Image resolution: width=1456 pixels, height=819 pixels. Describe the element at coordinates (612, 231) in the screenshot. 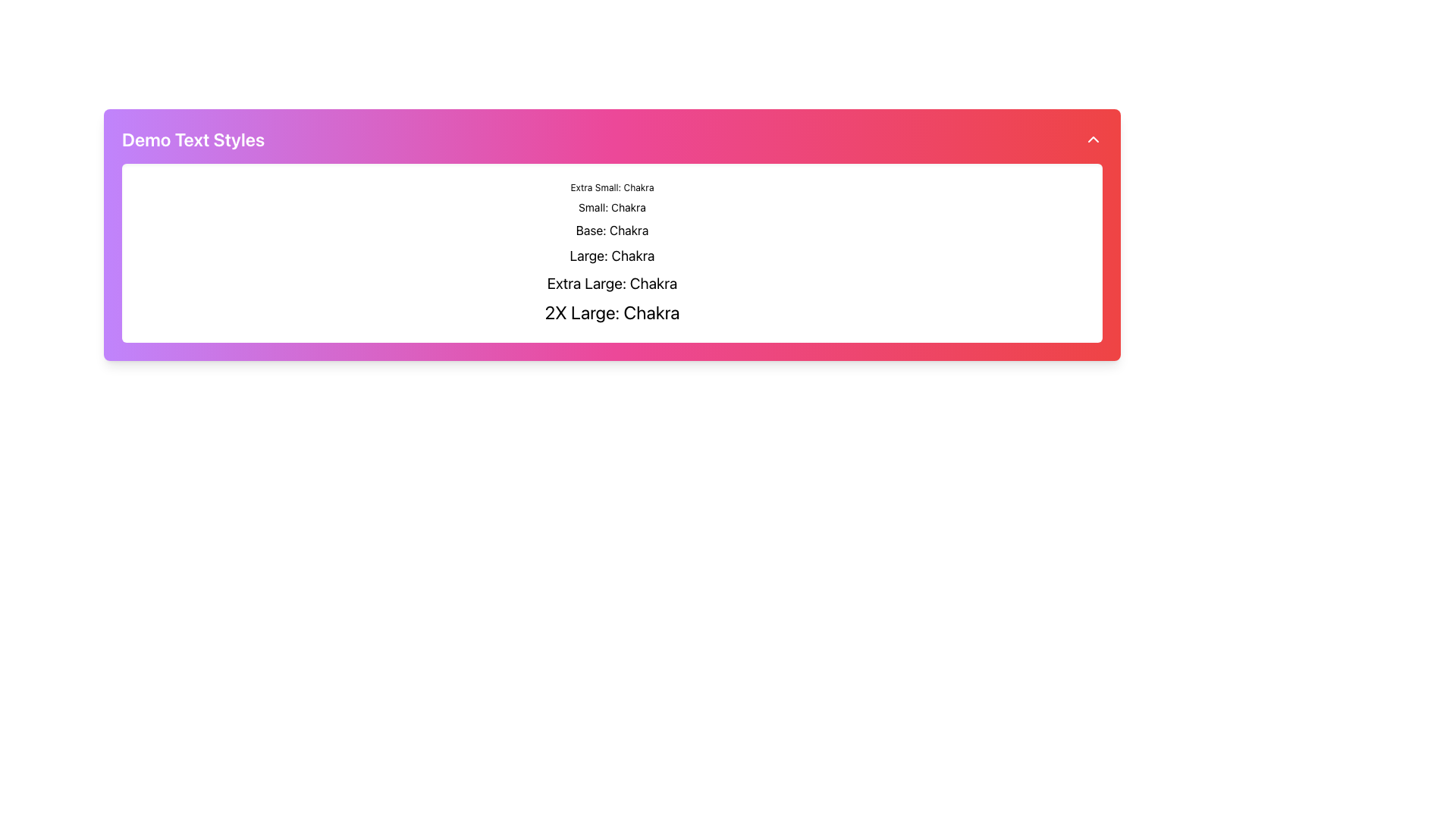

I see `static text label that displays 'Base: Chakra', which is the third item under the header 'Demo Text Styles'` at that location.